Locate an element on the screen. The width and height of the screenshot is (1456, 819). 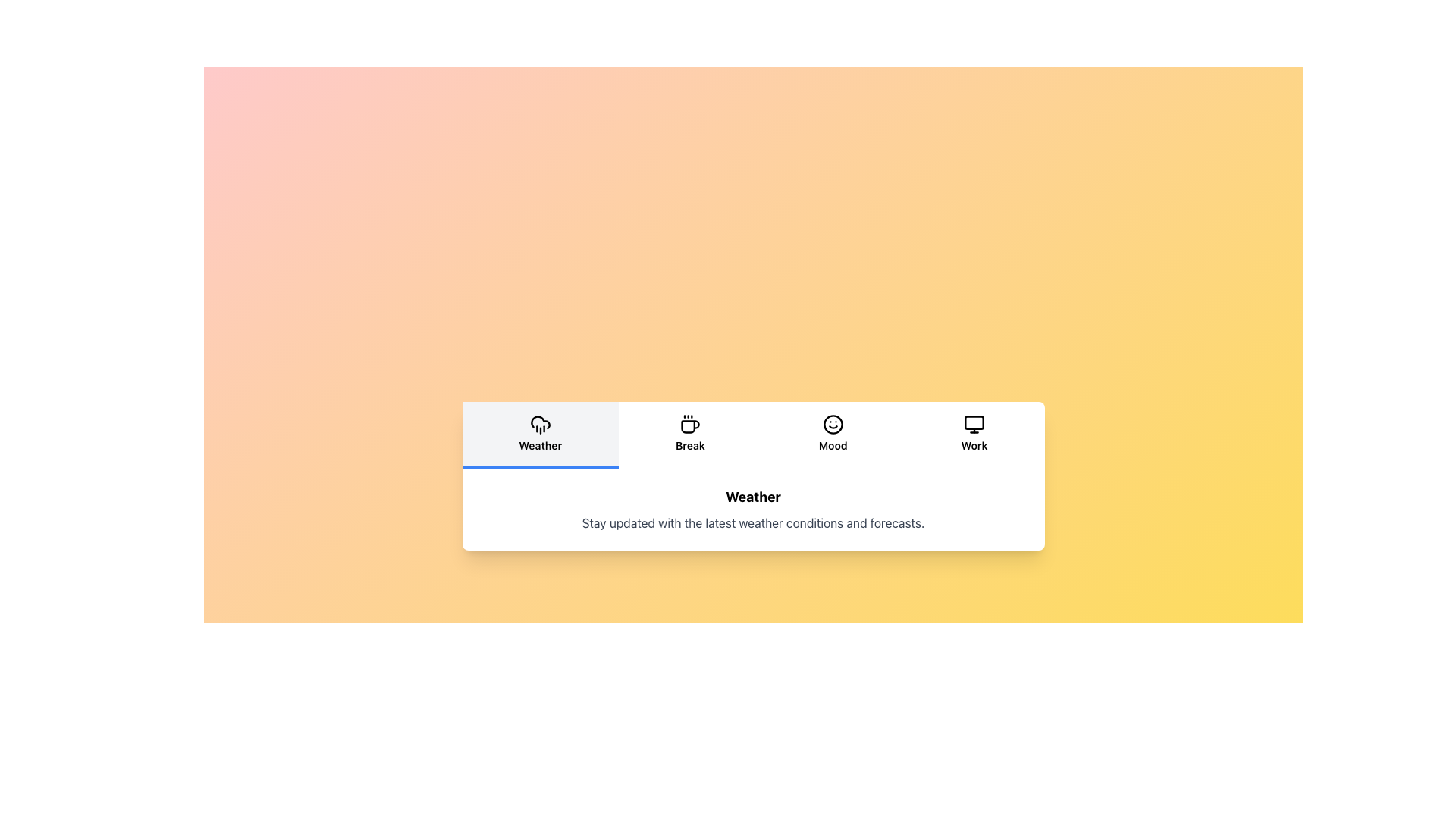
the text label that identifies the 'Work' section, which is the last among a horizontally arranged set of options and positioned below a computer monitor icon is located at coordinates (974, 444).